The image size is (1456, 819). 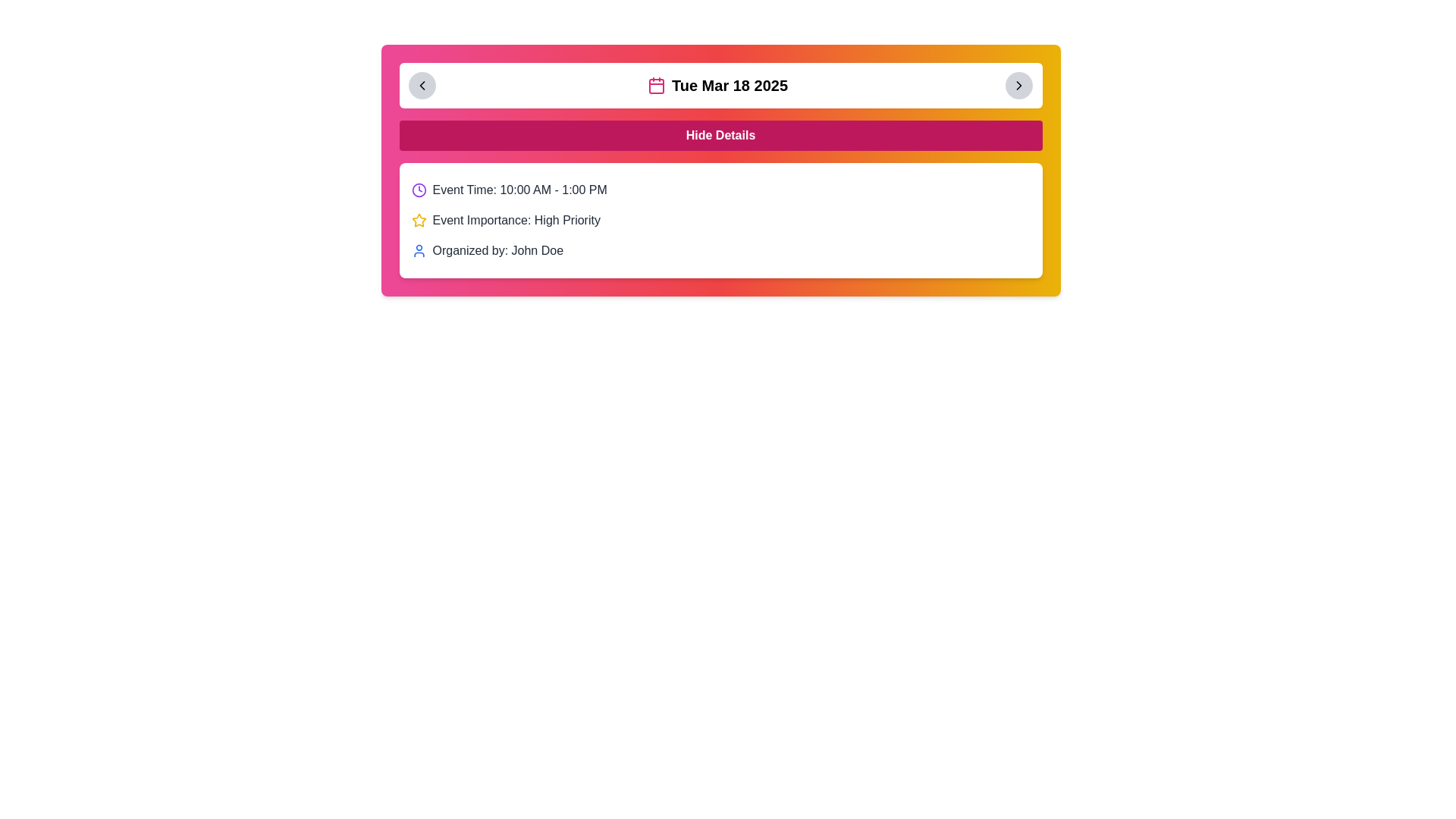 I want to click on the chevron-right SVG icon located inside the circular button in the top-right corner of the main content box, adjacent to the title 'Tue Mar 18 2025', so click(x=1019, y=85).